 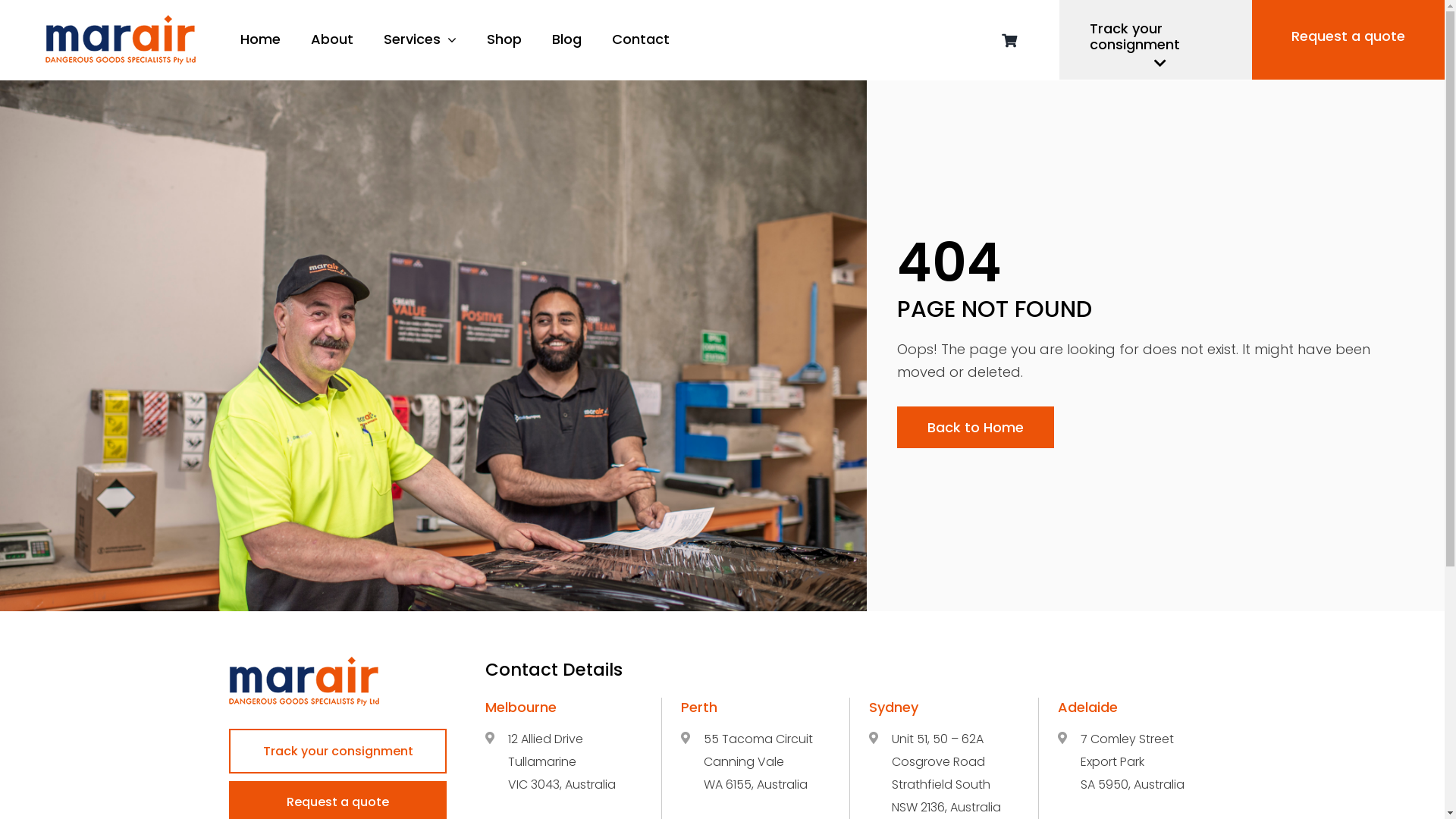 I want to click on 'Shop', so click(x=504, y=39).